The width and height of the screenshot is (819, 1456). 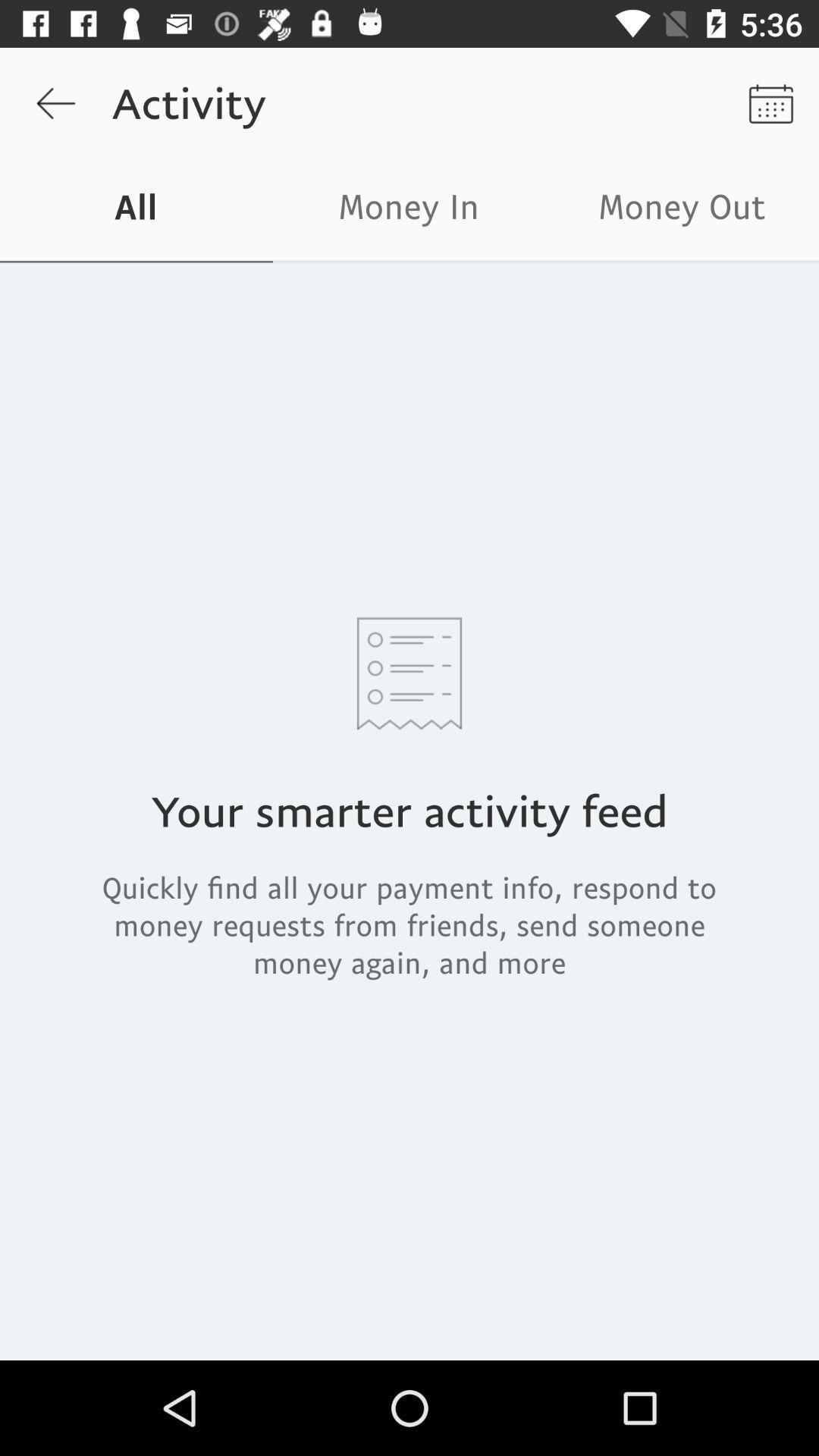 What do you see at coordinates (771, 102) in the screenshot?
I see `the icon next to activity` at bounding box center [771, 102].